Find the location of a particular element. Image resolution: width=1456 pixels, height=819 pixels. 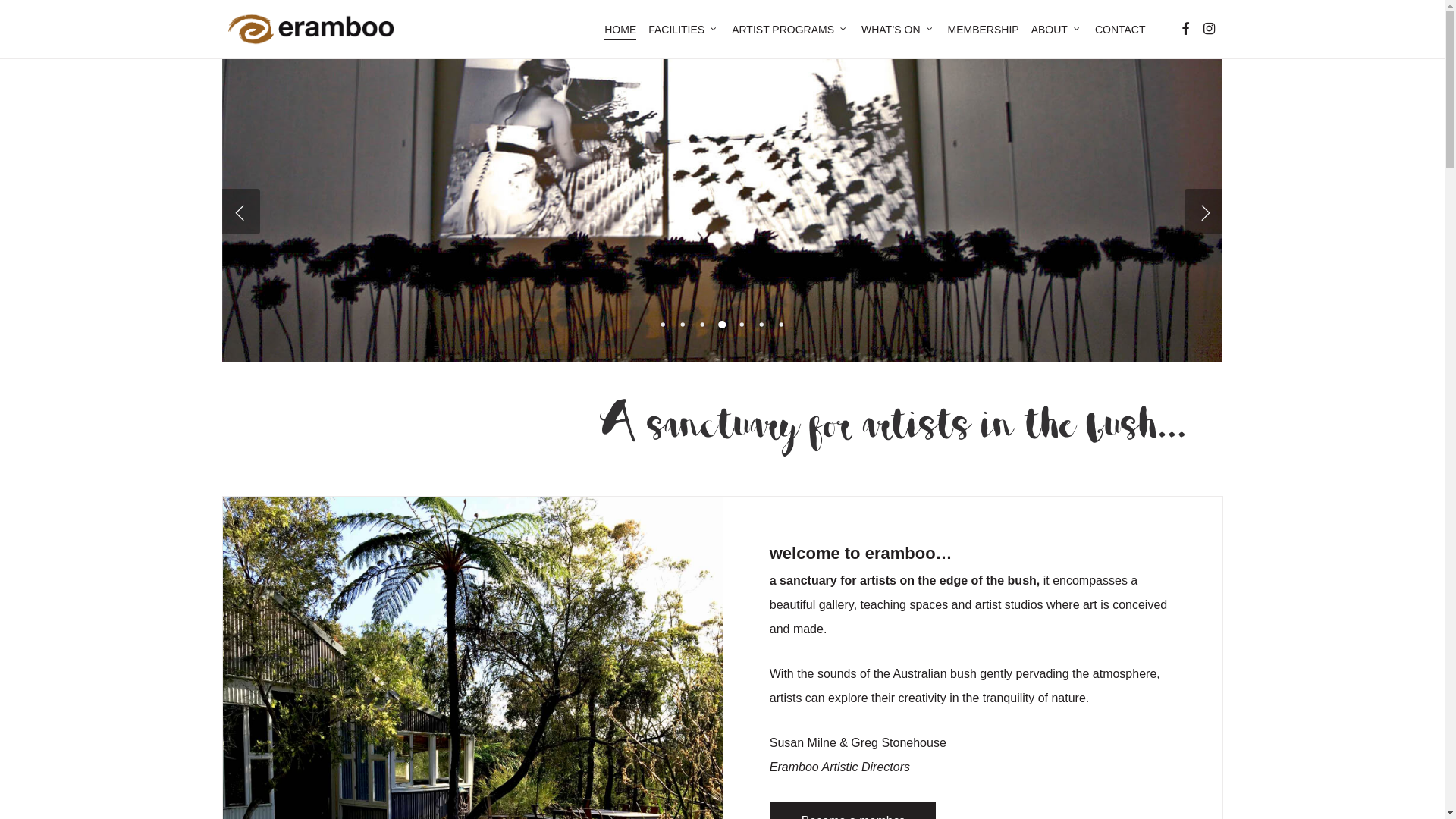

'CONTACT' is located at coordinates (1120, 29).